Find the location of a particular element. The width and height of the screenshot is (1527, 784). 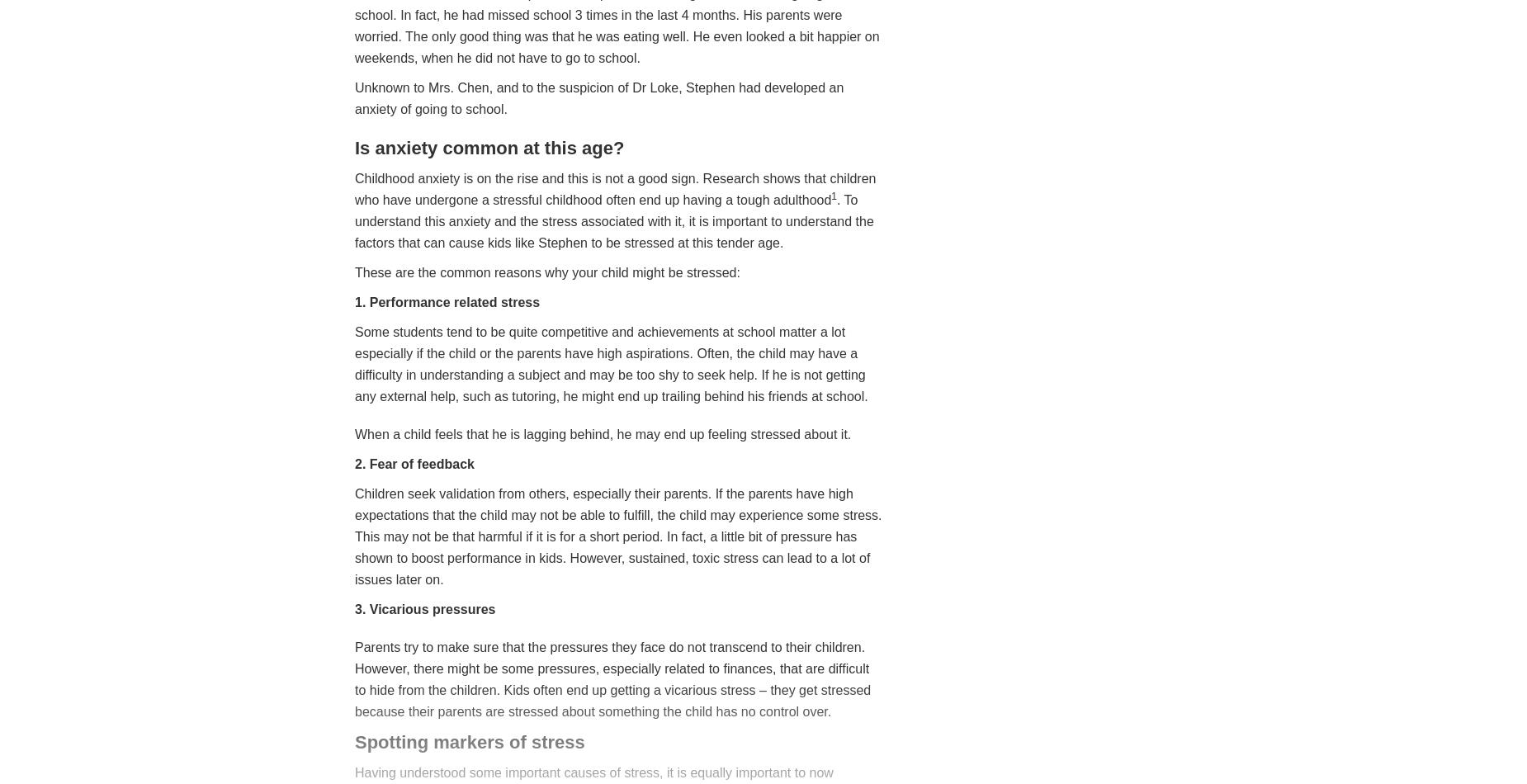

'These are the common reasons why your child might be stressed:' is located at coordinates (353, 271).